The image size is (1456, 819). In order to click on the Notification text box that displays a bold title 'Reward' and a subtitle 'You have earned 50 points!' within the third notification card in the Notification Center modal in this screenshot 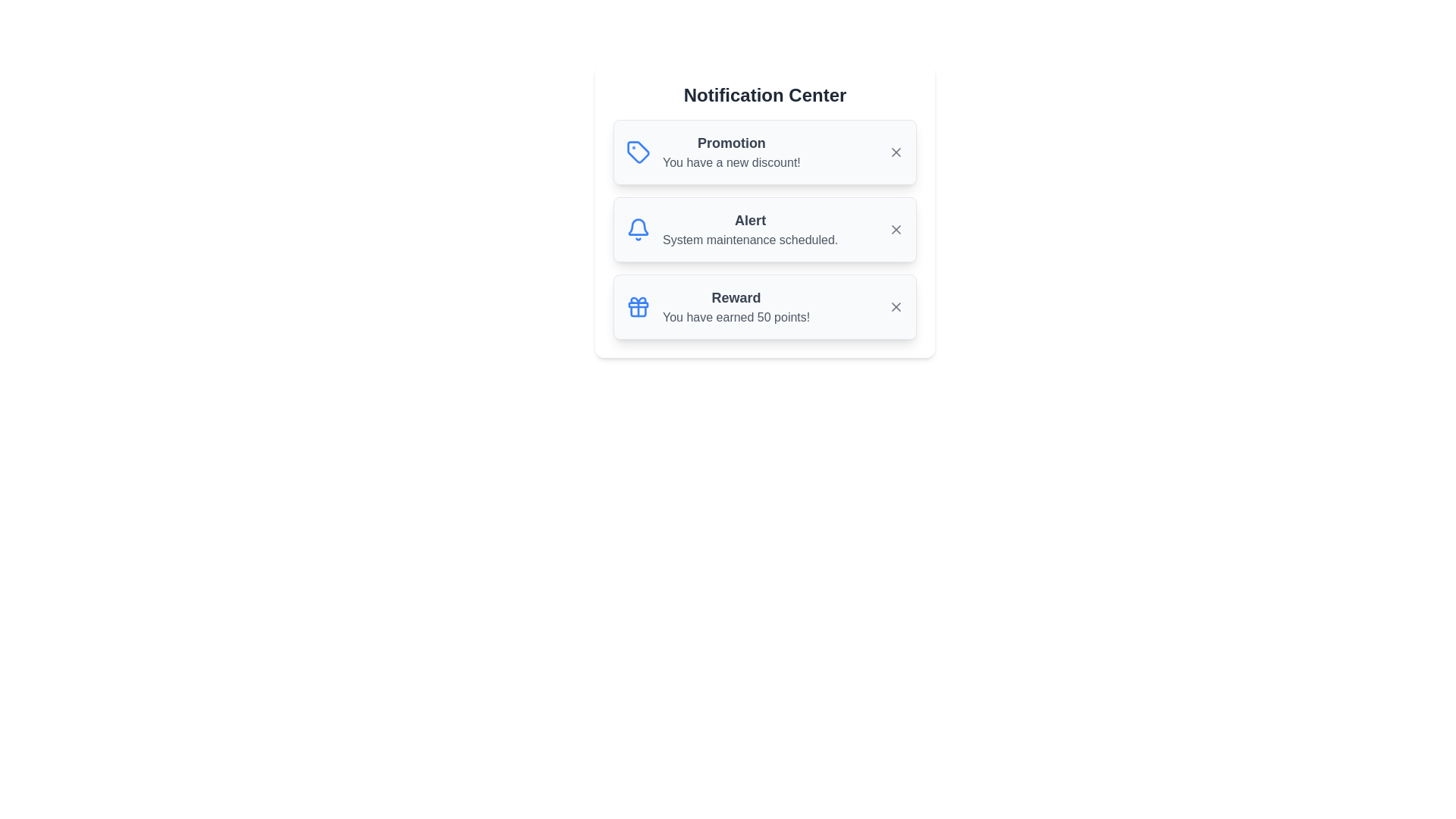, I will do `click(736, 307)`.